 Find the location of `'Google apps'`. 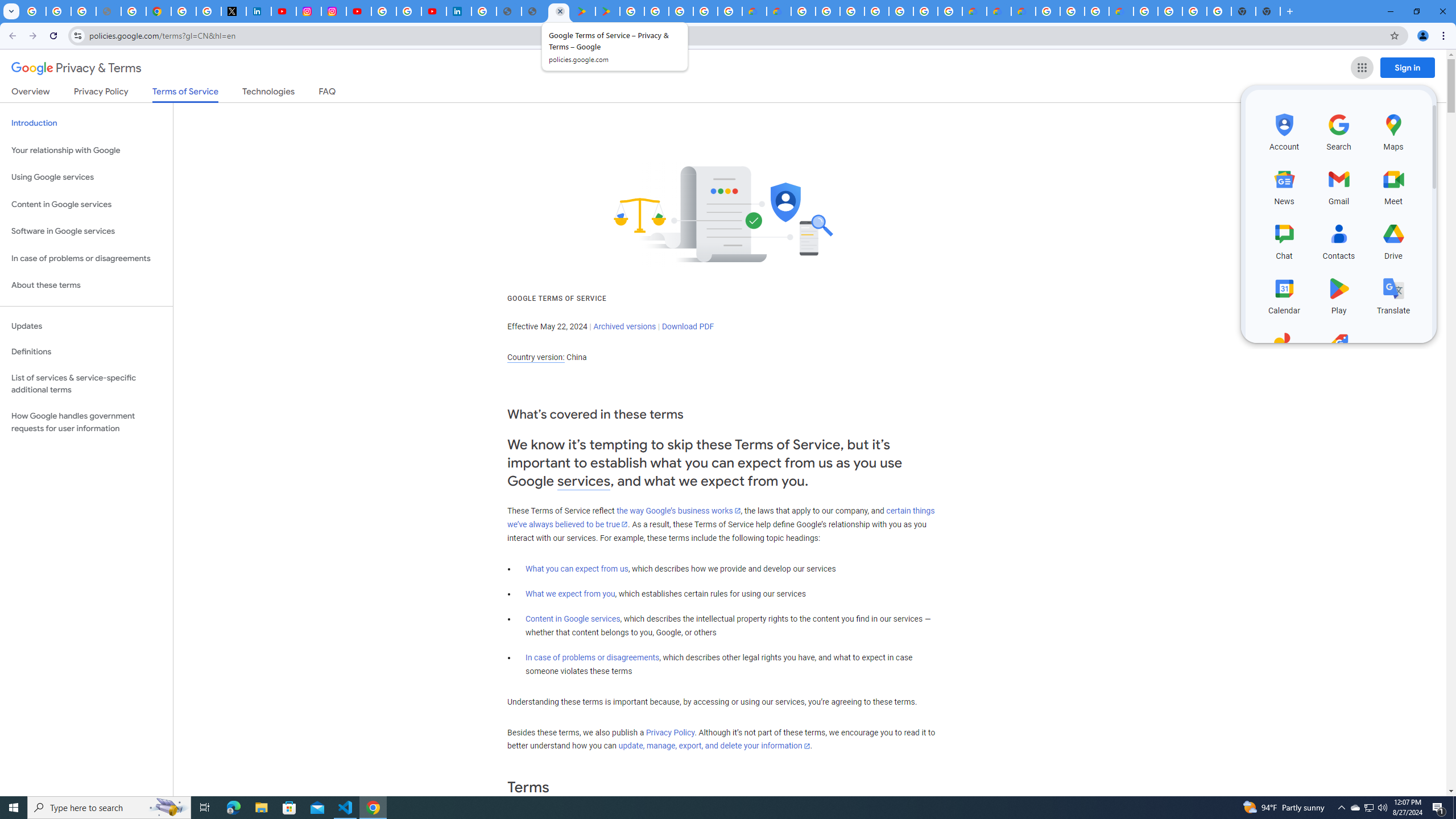

'Google apps' is located at coordinates (1361, 67).